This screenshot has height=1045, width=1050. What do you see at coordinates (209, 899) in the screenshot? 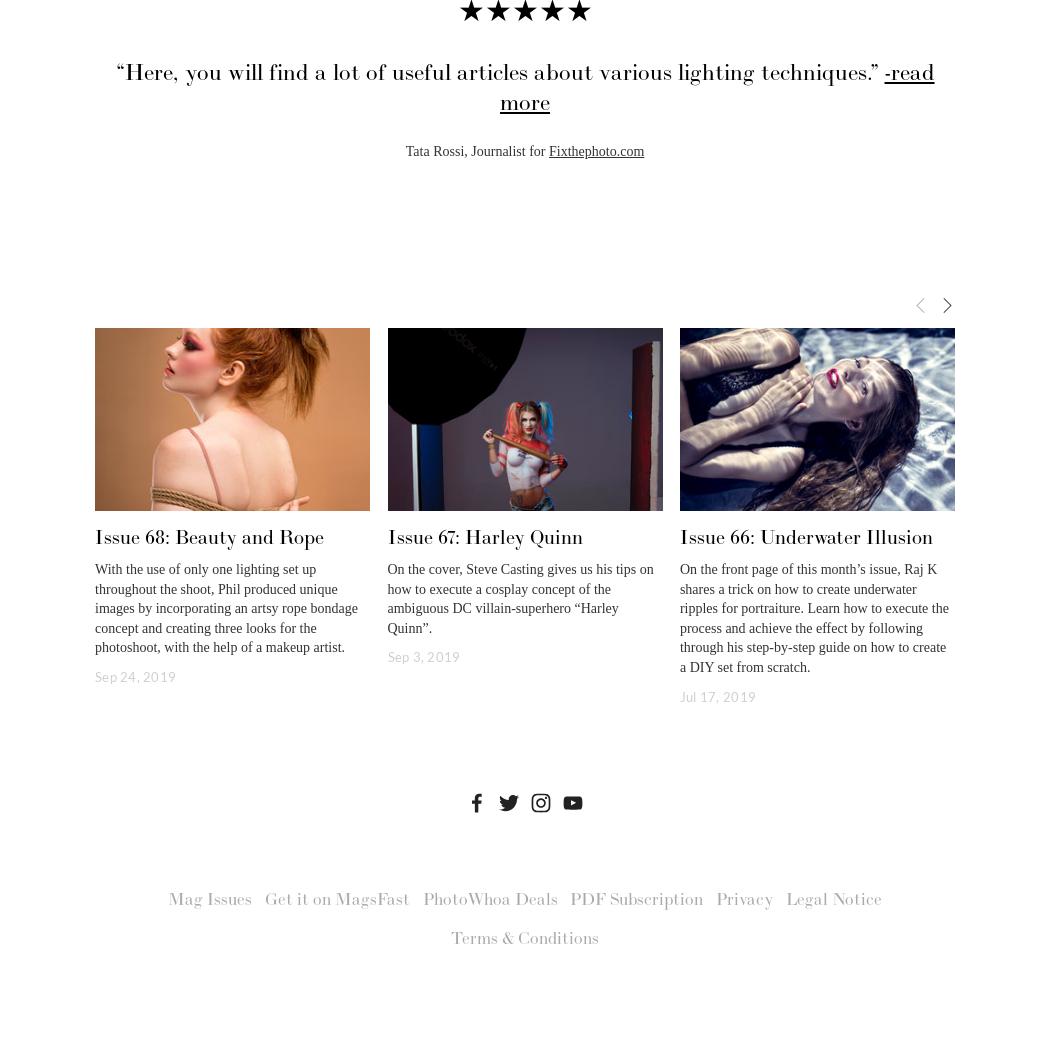
I see `'Mag Issues'` at bounding box center [209, 899].